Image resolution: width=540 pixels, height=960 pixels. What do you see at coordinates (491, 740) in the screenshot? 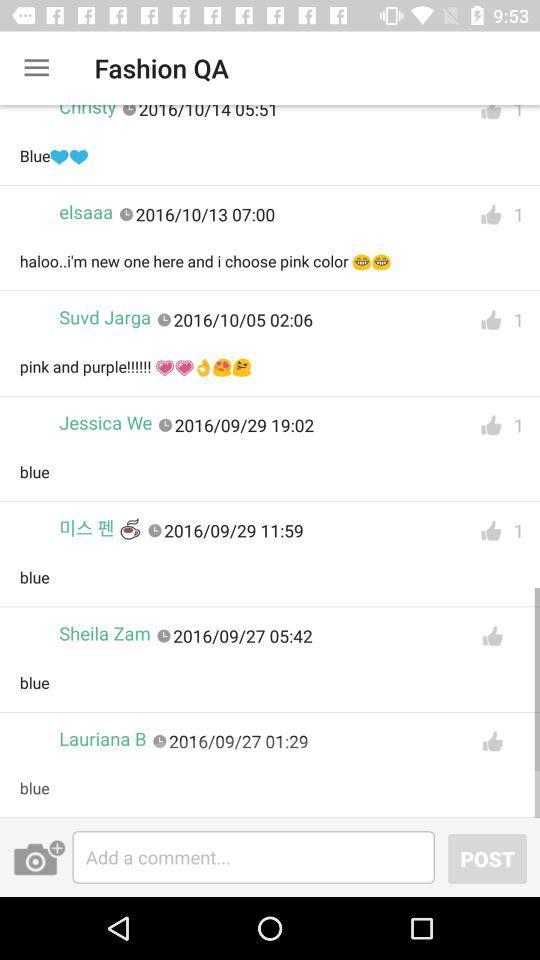
I see `like comment` at bounding box center [491, 740].